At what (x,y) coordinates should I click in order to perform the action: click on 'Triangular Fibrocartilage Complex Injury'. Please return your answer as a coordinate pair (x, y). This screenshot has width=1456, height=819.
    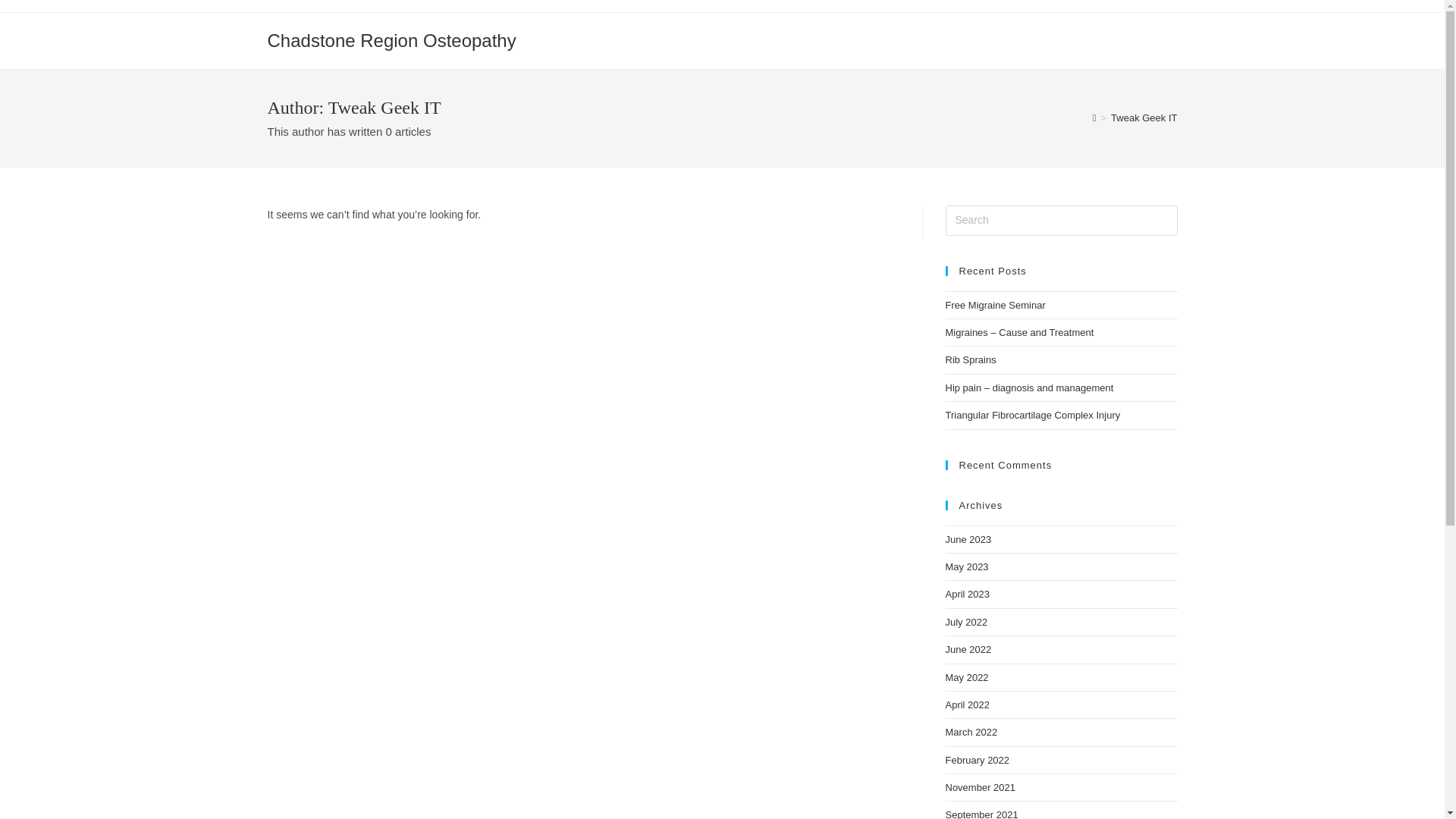
    Looking at the image, I should click on (1031, 415).